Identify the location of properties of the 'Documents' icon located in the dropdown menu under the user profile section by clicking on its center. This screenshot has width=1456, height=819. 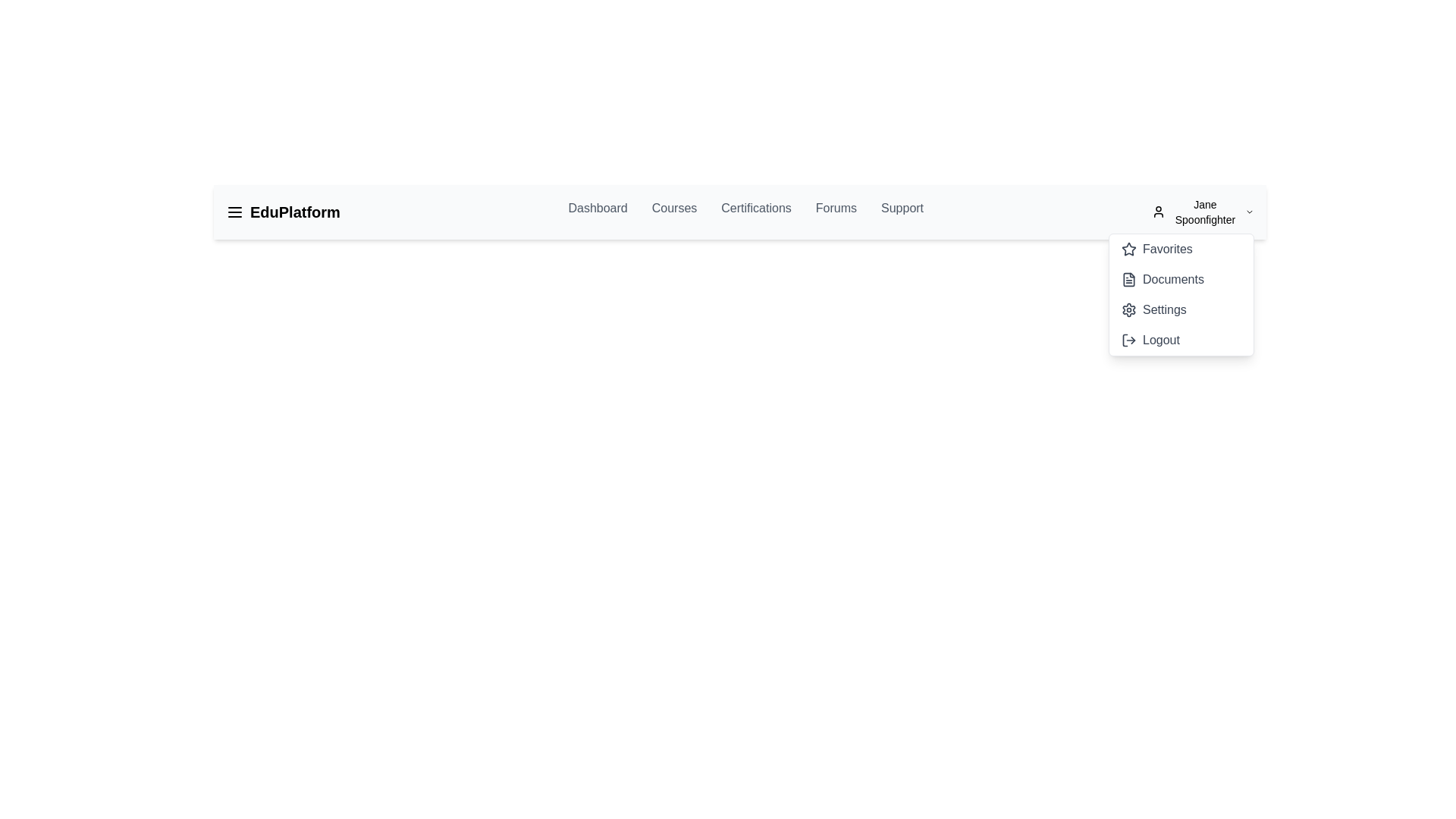
(1128, 280).